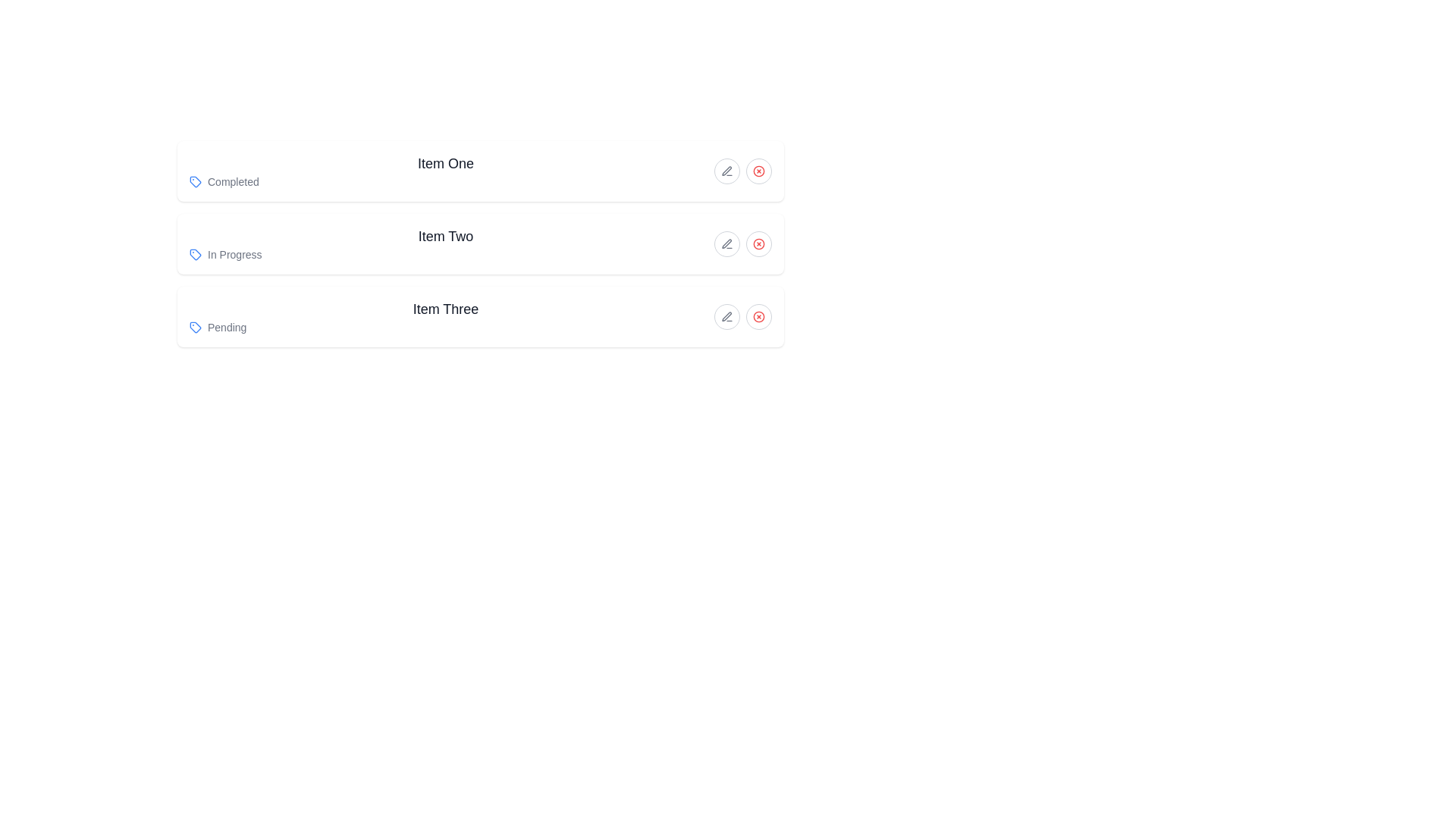 This screenshot has height=819, width=1456. I want to click on the text label that reads 'Item One', which is styled with a larger font size and bold weight, appearing in black color against a plain white background, located at the top of a vertical list, so click(445, 164).